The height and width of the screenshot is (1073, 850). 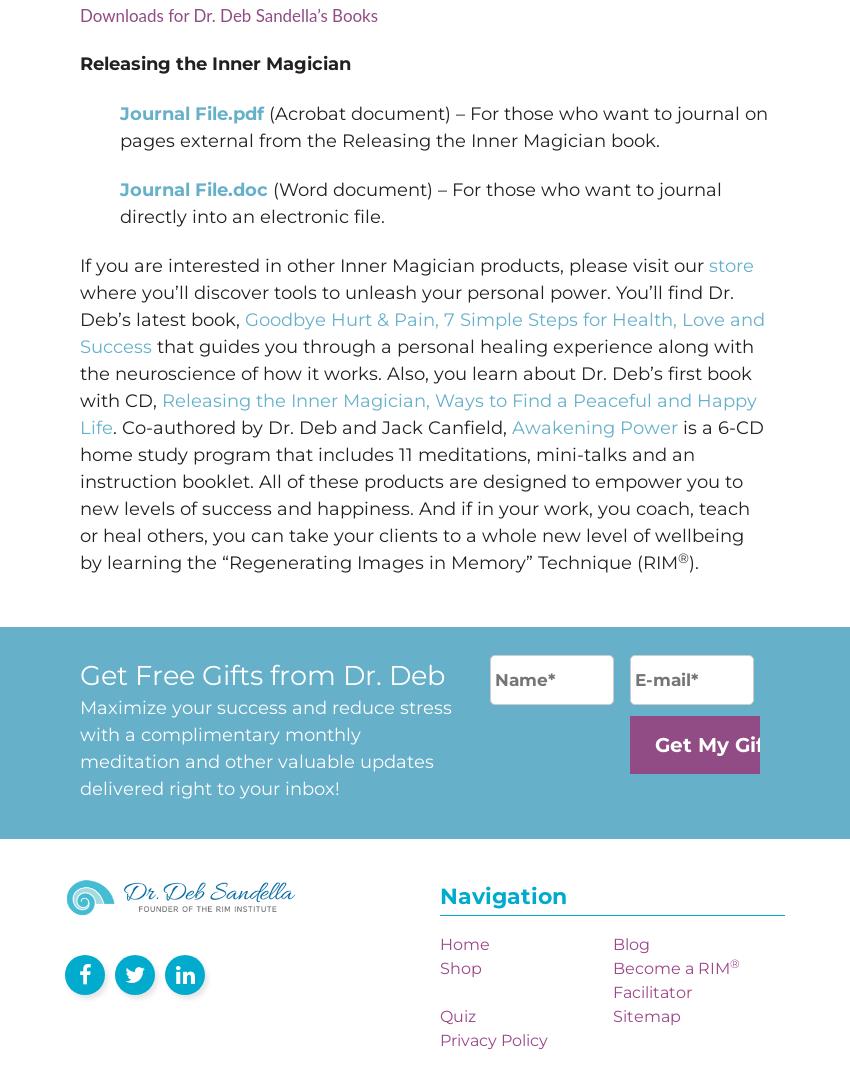 What do you see at coordinates (417, 373) in the screenshot?
I see `'that guides you through a personal healing experience along with the neuroscience of how it works. Also, you learn about Dr. Deb’s first book with CD,'` at bounding box center [417, 373].